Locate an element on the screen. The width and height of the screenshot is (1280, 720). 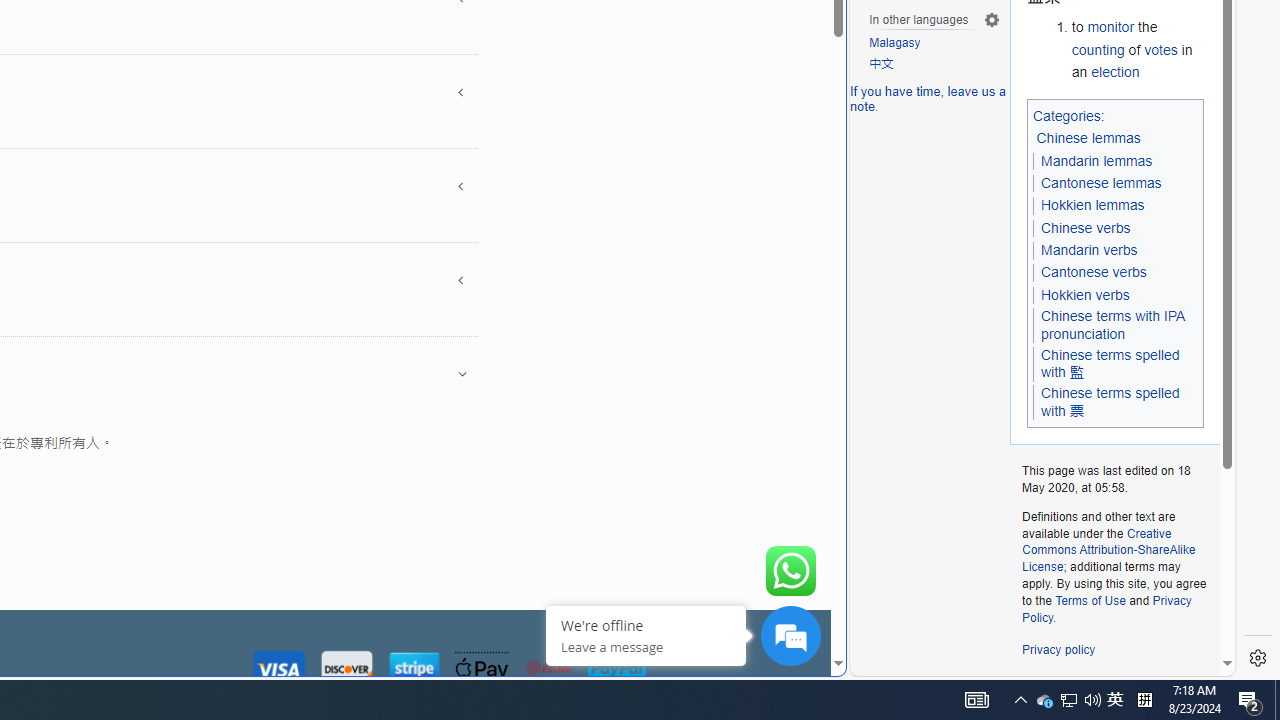
'counting' is located at coordinates (1097, 48).